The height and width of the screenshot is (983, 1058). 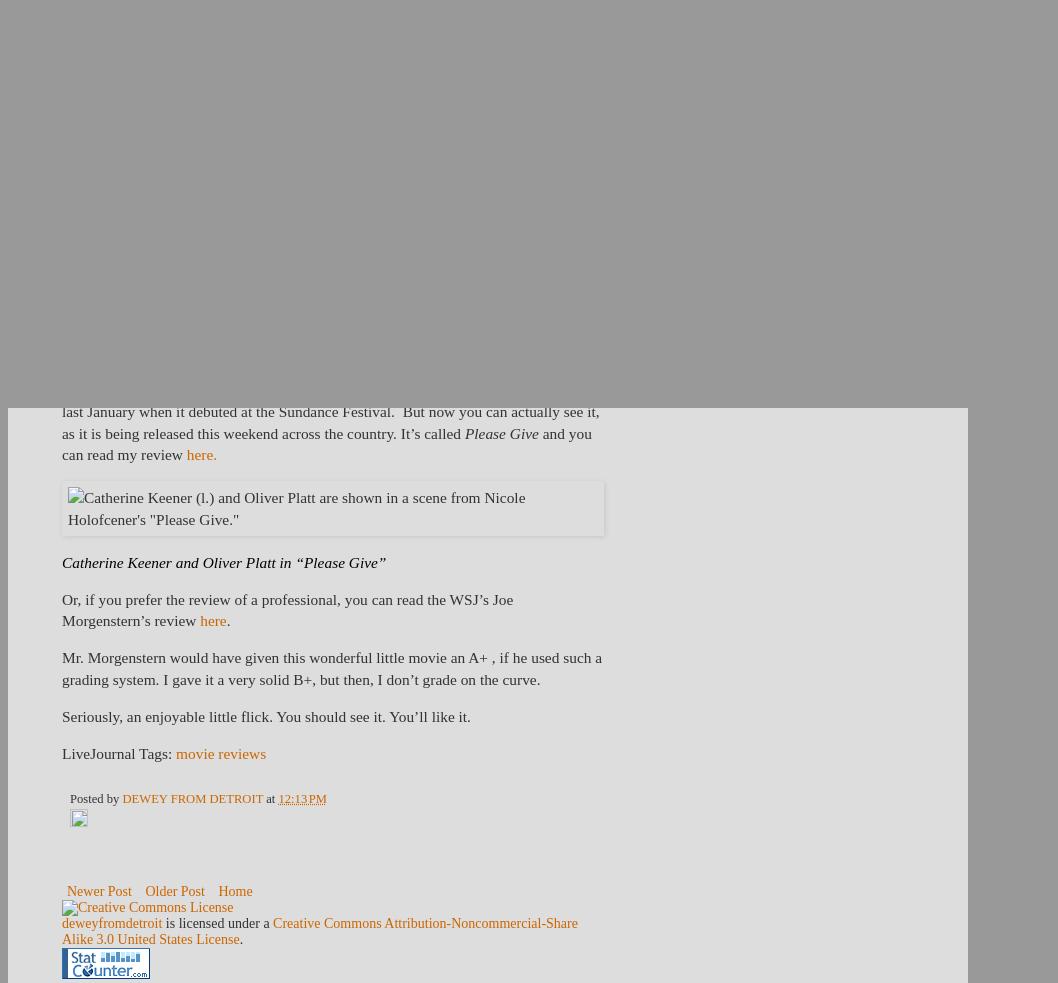 What do you see at coordinates (271, 797) in the screenshot?
I see `'at'` at bounding box center [271, 797].